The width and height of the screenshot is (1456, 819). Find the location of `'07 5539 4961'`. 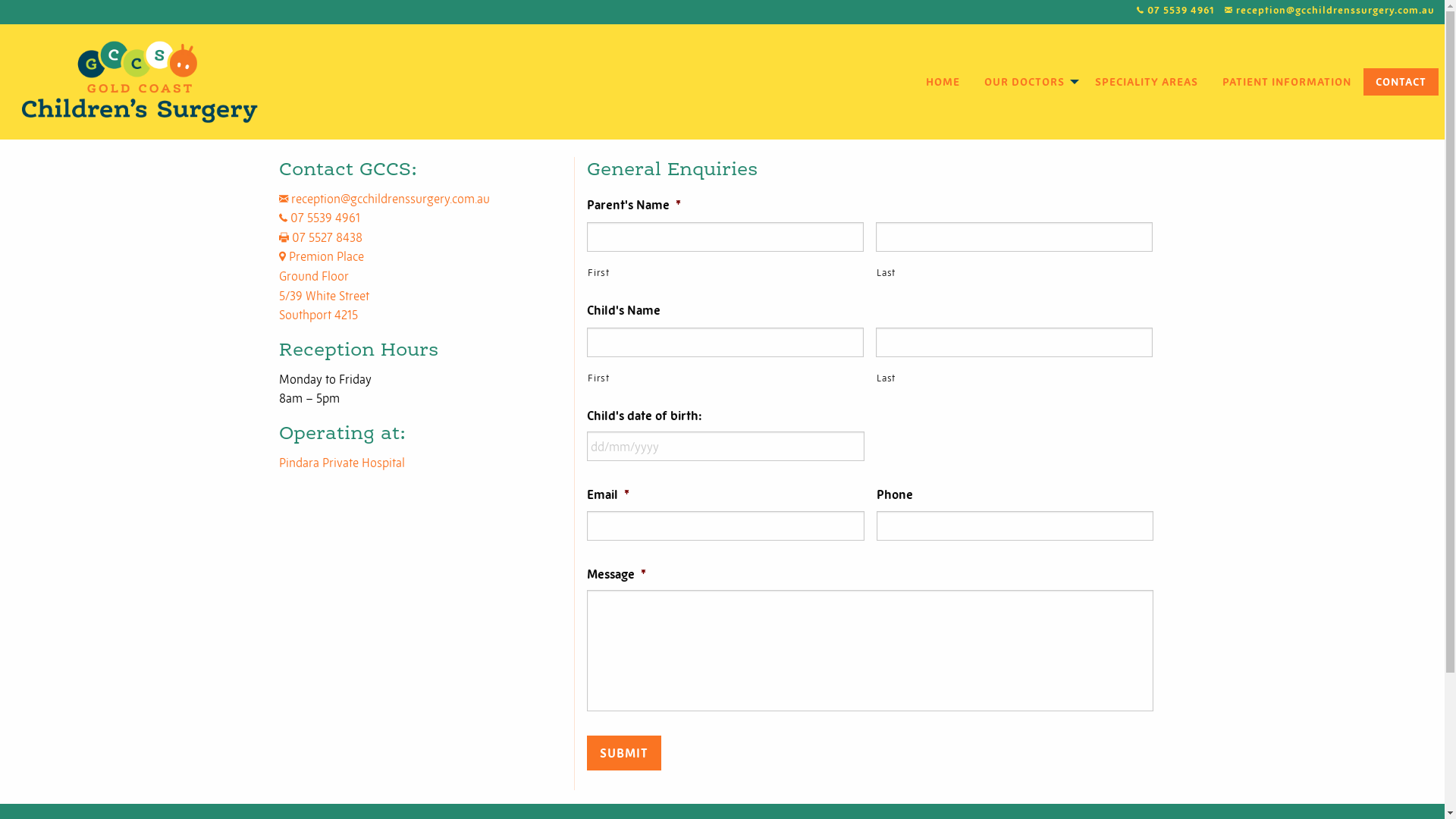

'07 5539 4961' is located at coordinates (1136, 11).